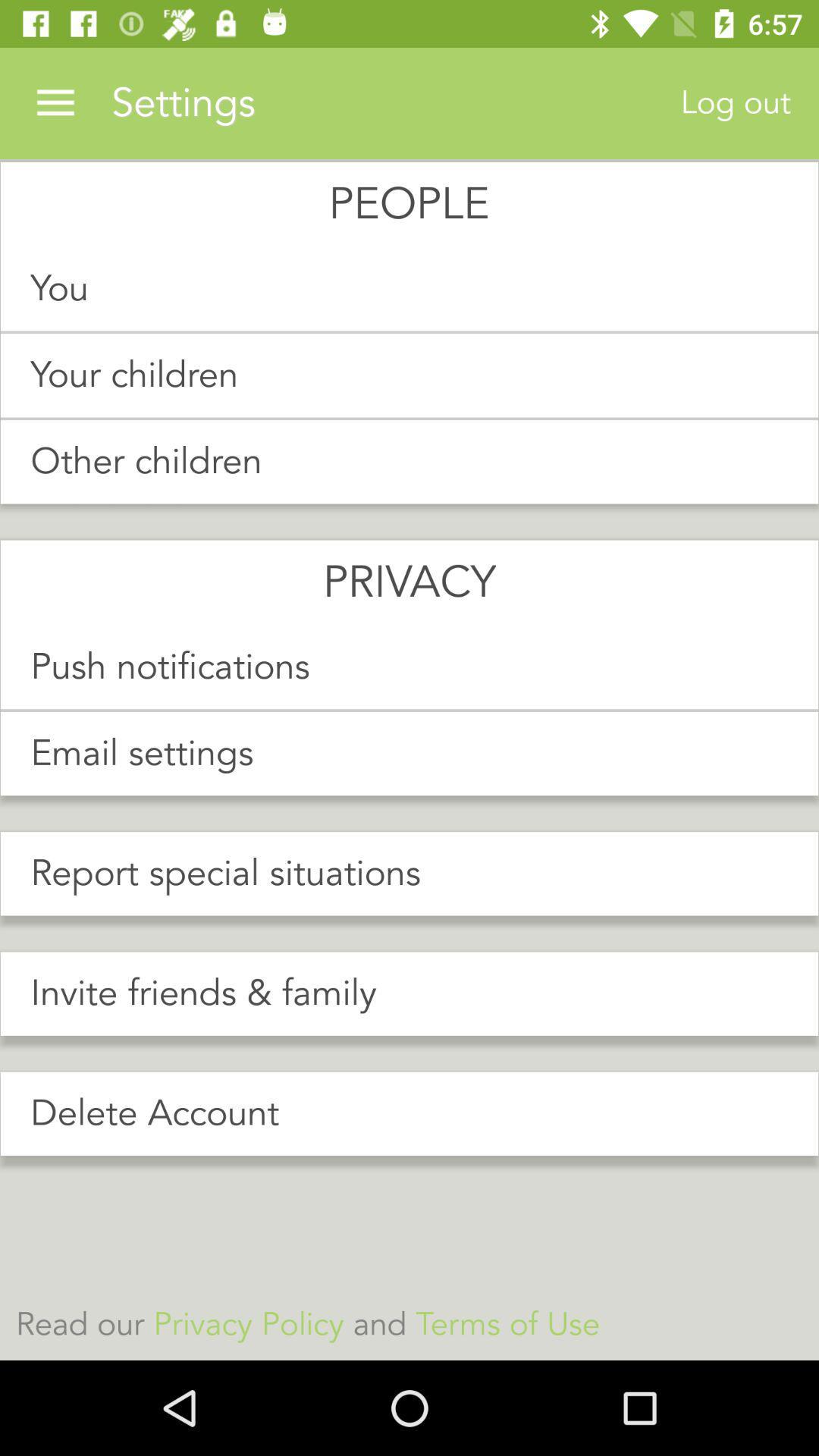 This screenshot has height=1456, width=819. Describe the element at coordinates (735, 102) in the screenshot. I see `the item above you item` at that location.